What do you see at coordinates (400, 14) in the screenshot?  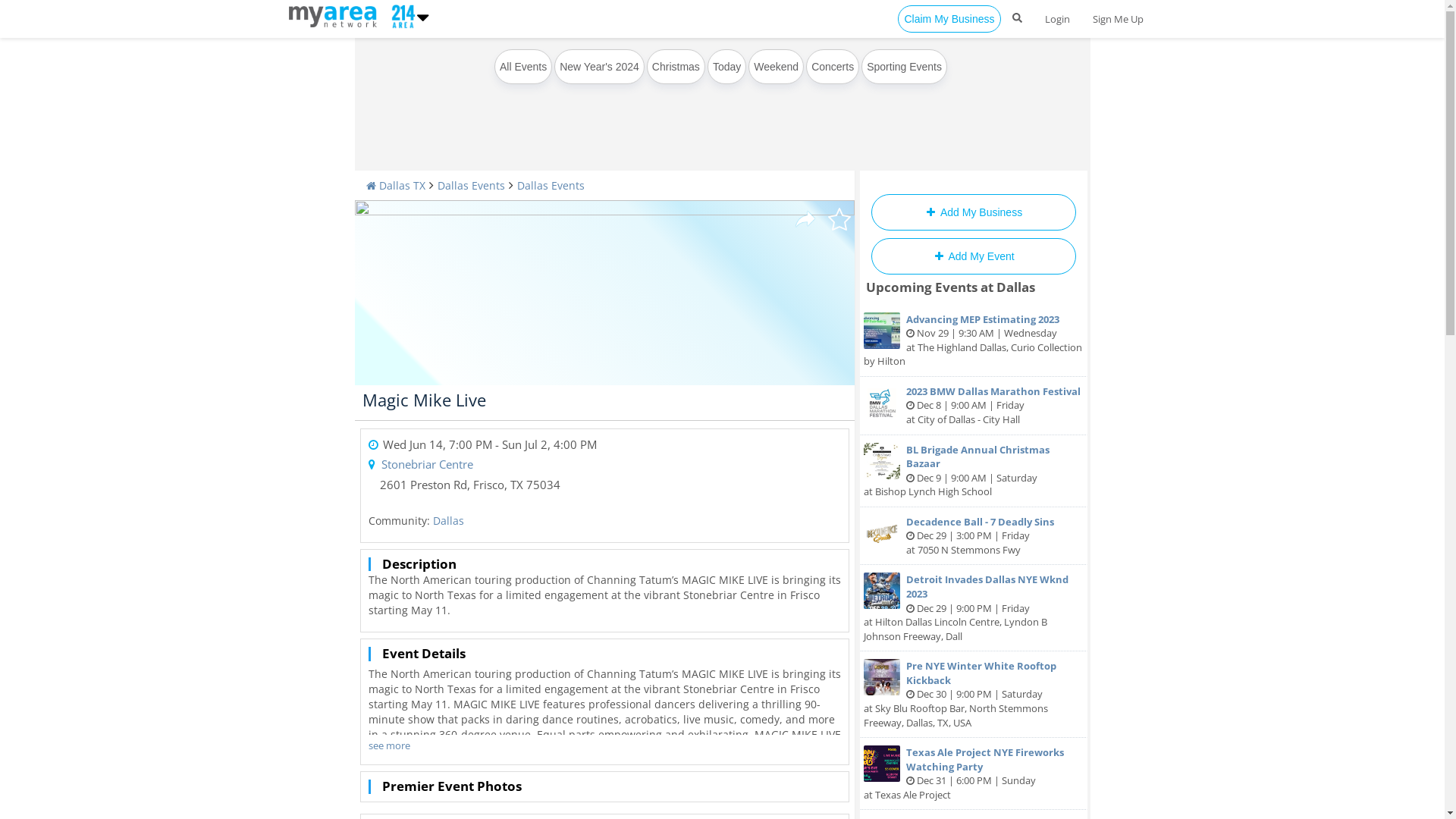 I see `'https://www.214area.com'` at bounding box center [400, 14].